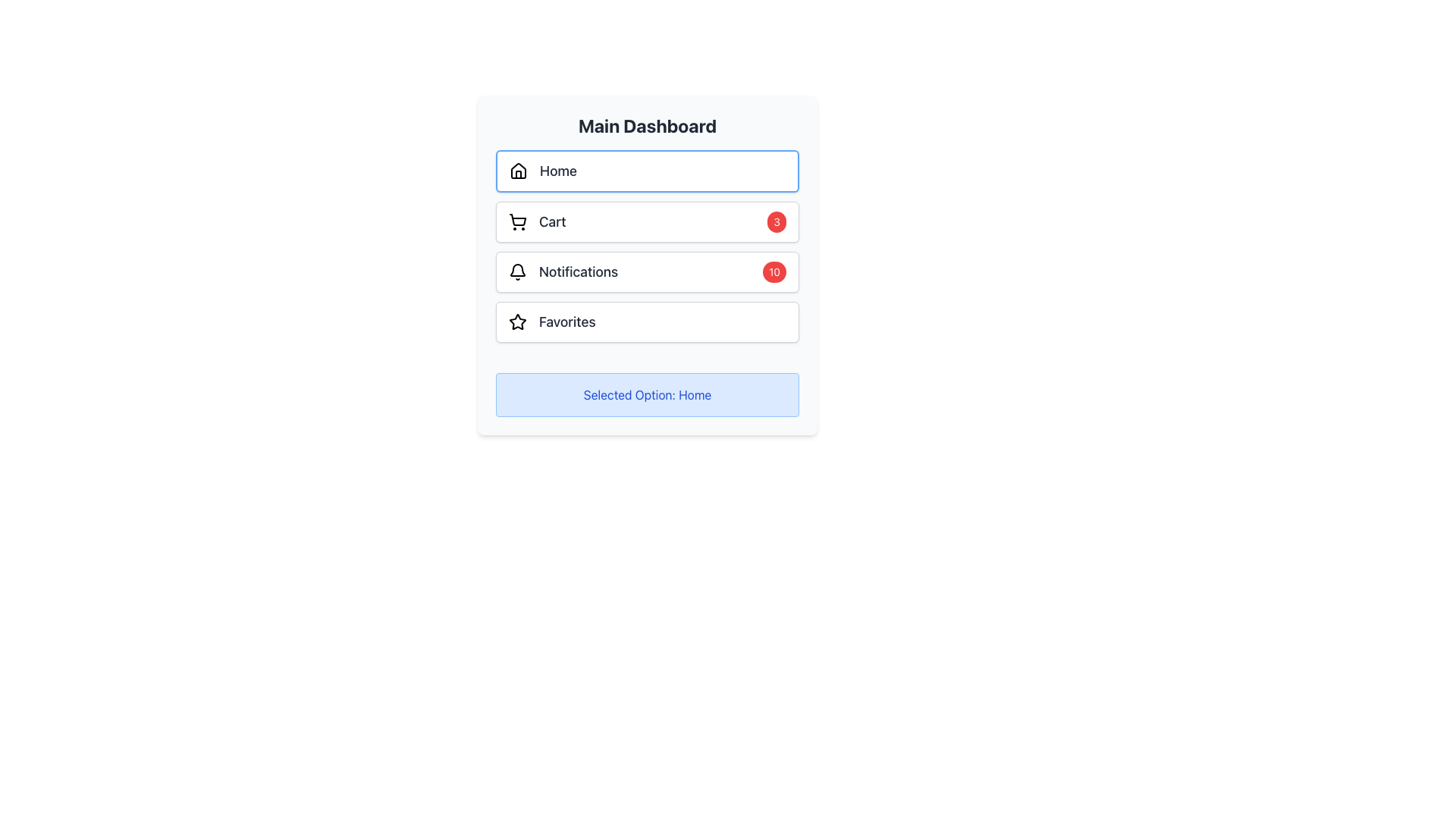  I want to click on the star-shaped icon with a hollow center and bold contour lines adjacent to the 'Favorites' label in the Main Dashboard interface, so click(517, 321).